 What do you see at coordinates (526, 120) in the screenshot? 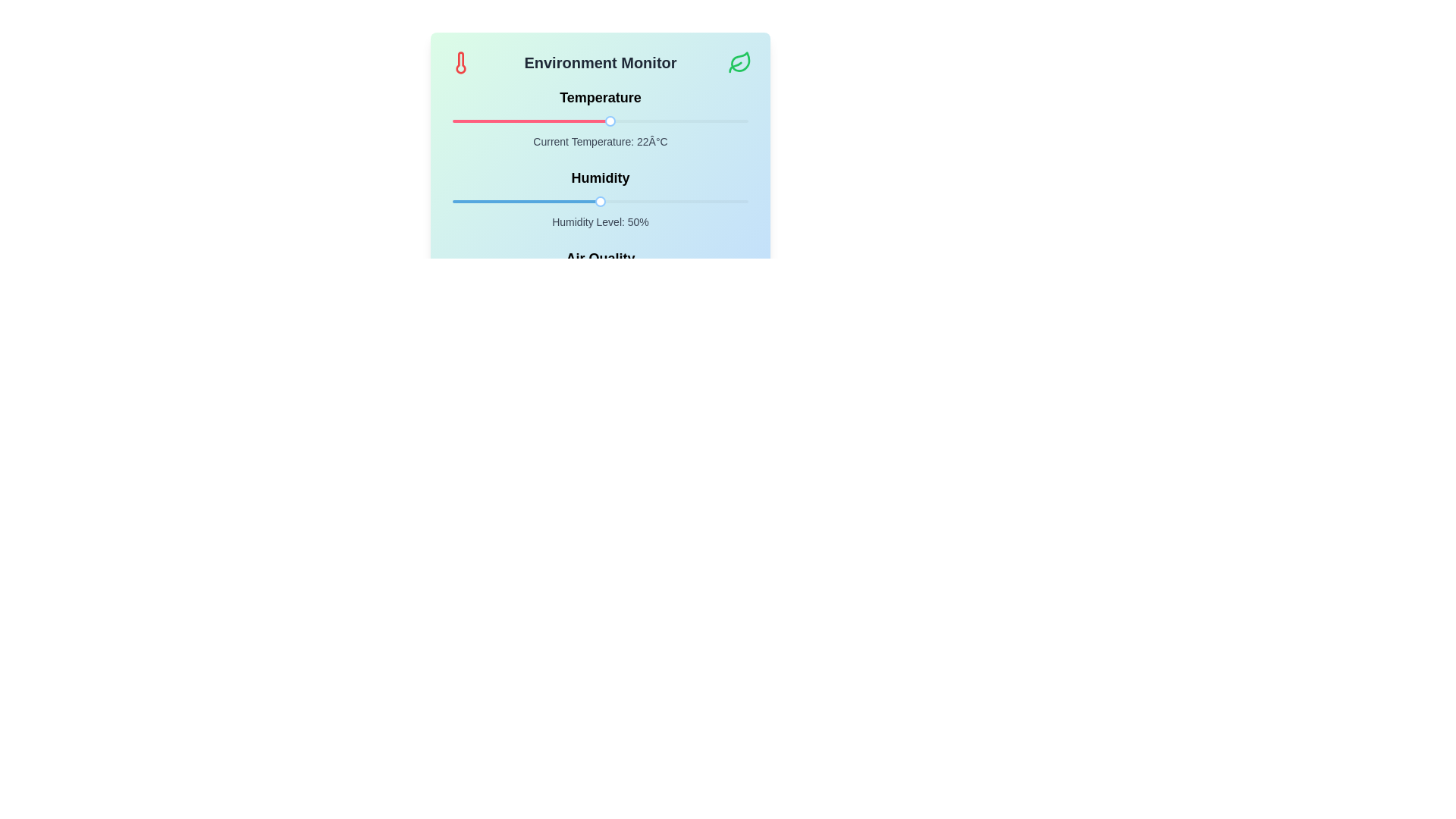
I see `the temperature` at bounding box center [526, 120].